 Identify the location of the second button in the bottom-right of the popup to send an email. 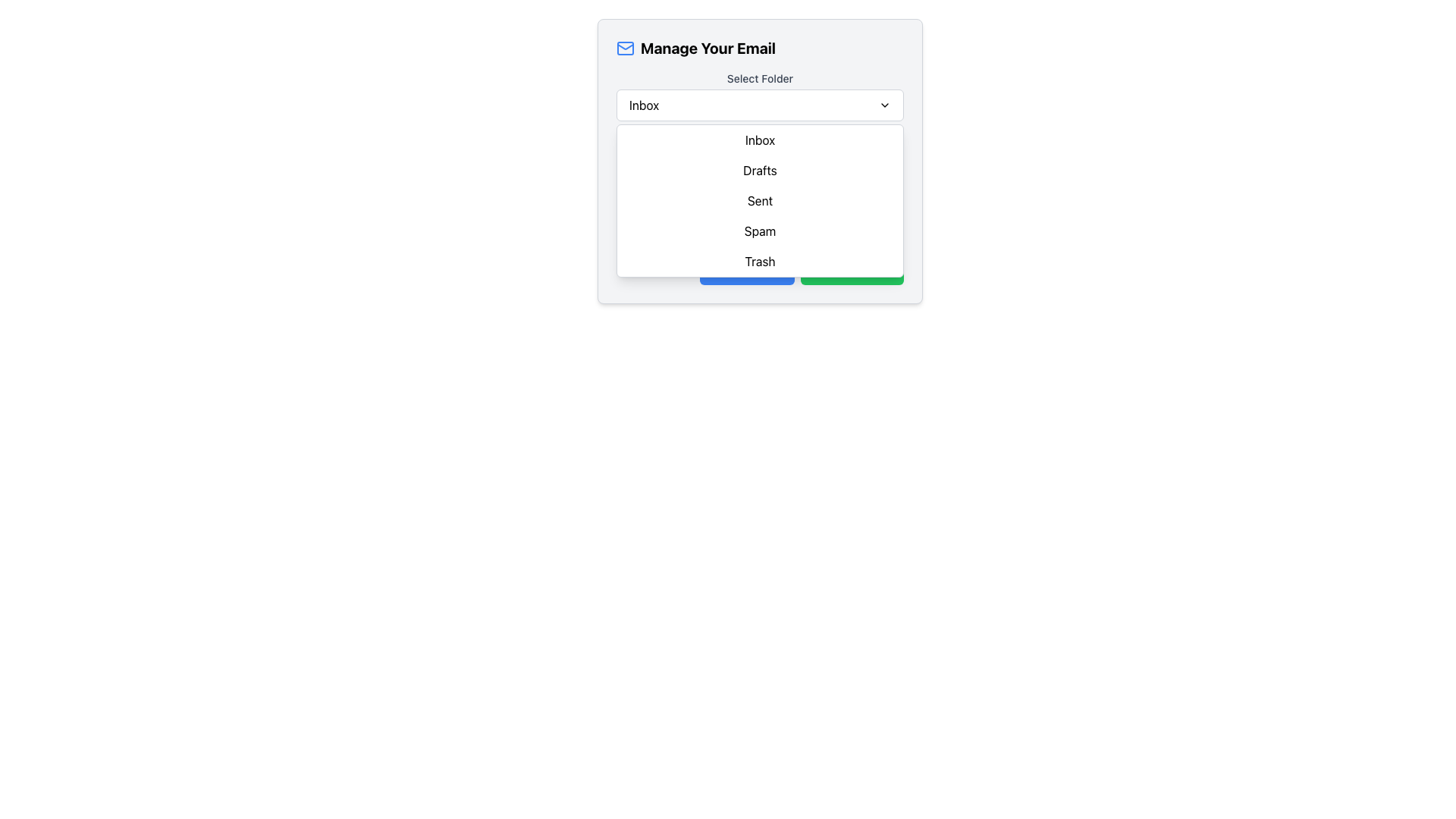
(852, 268).